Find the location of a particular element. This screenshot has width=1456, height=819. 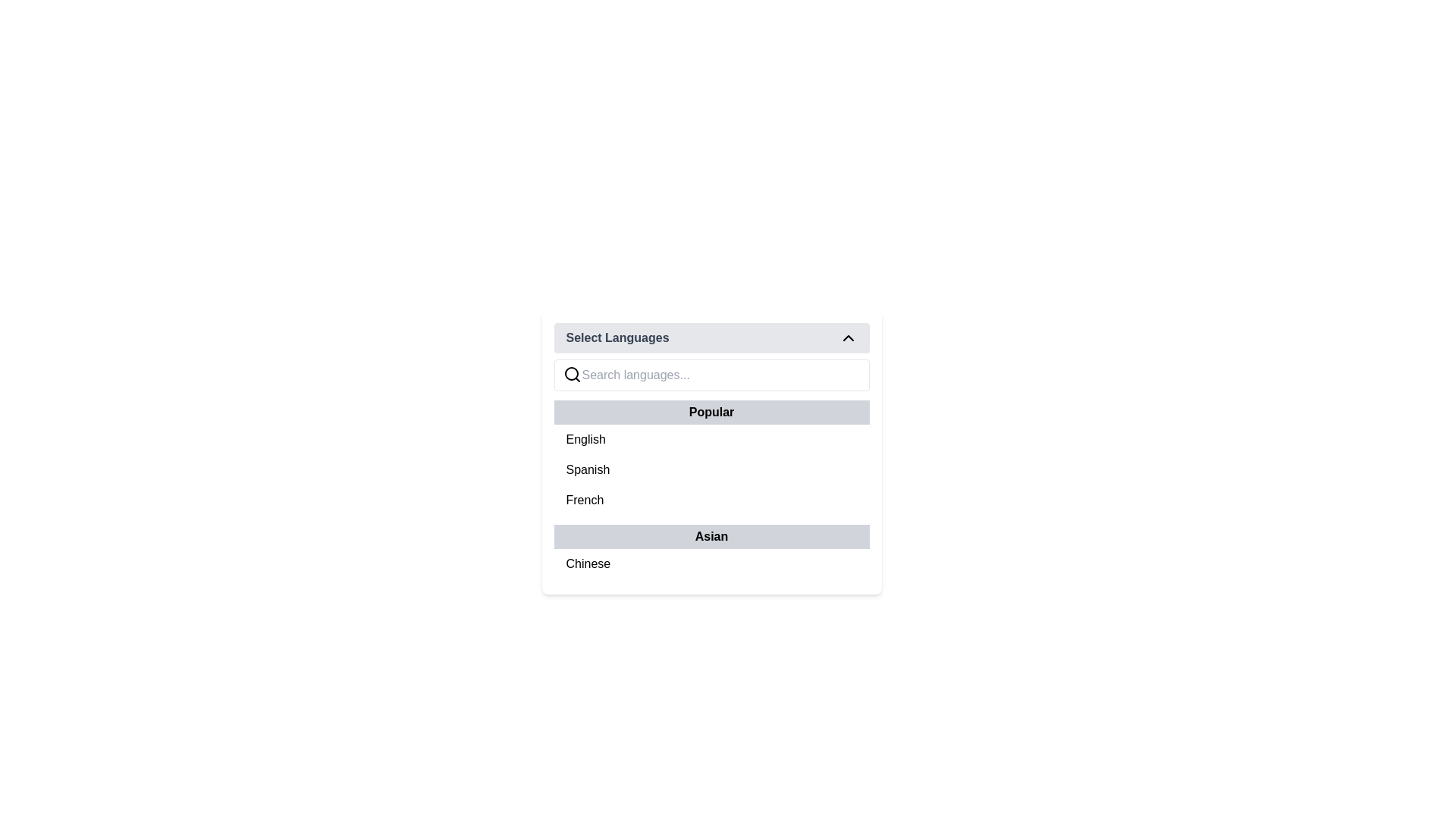

the first list item labeled 'English' under the 'Popular' section is located at coordinates (711, 439).